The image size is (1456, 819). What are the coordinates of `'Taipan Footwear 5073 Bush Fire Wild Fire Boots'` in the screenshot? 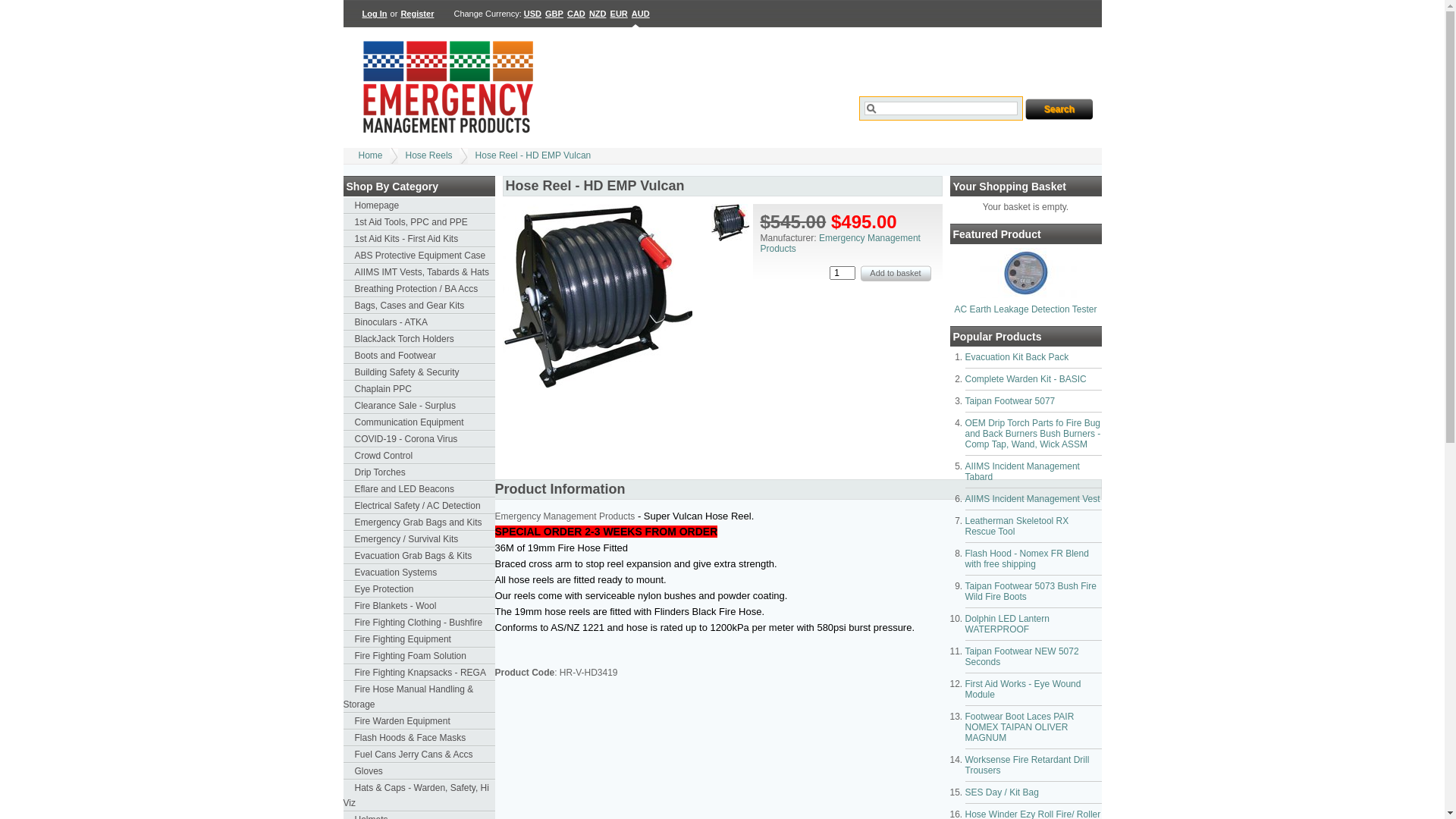 It's located at (1030, 590).